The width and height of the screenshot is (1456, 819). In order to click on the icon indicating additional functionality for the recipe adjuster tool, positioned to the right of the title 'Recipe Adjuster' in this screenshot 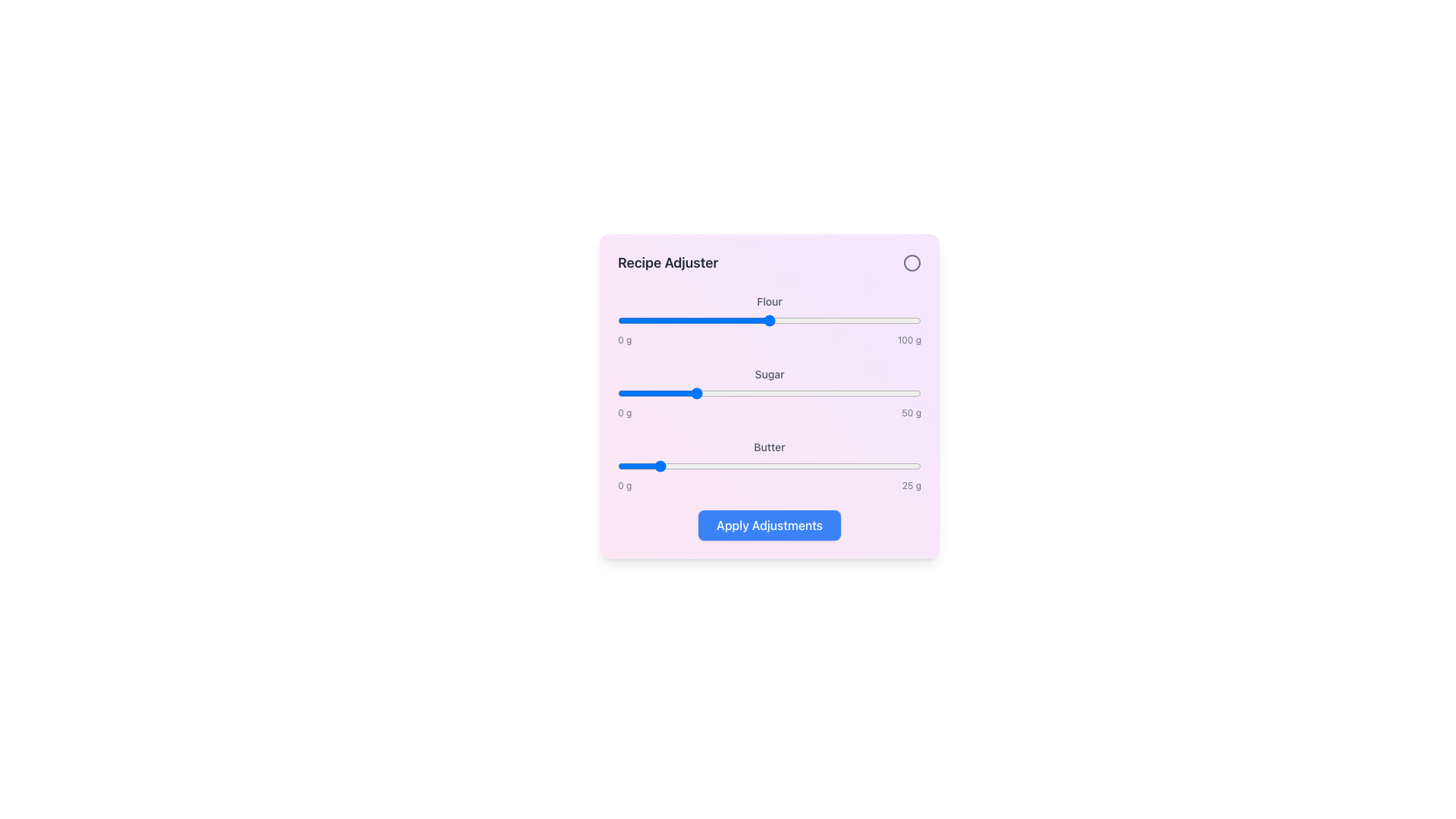, I will do `click(912, 262)`.